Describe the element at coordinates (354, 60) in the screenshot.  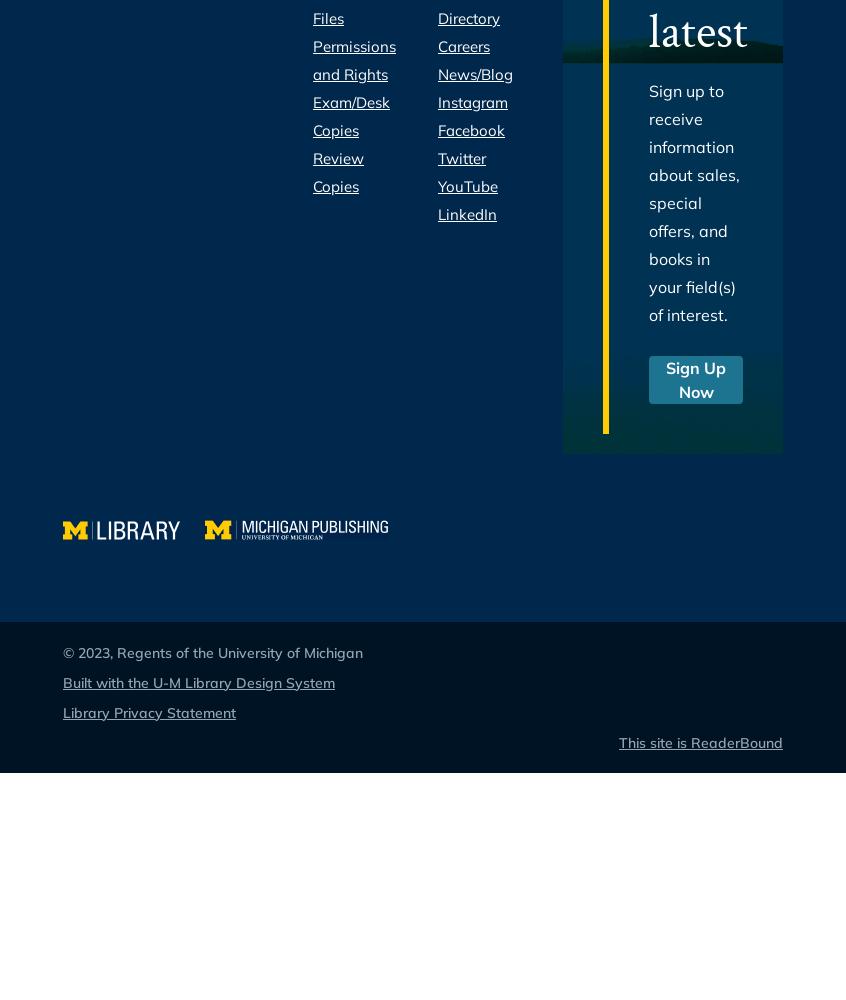
I see `'Permissions and Rights'` at that location.